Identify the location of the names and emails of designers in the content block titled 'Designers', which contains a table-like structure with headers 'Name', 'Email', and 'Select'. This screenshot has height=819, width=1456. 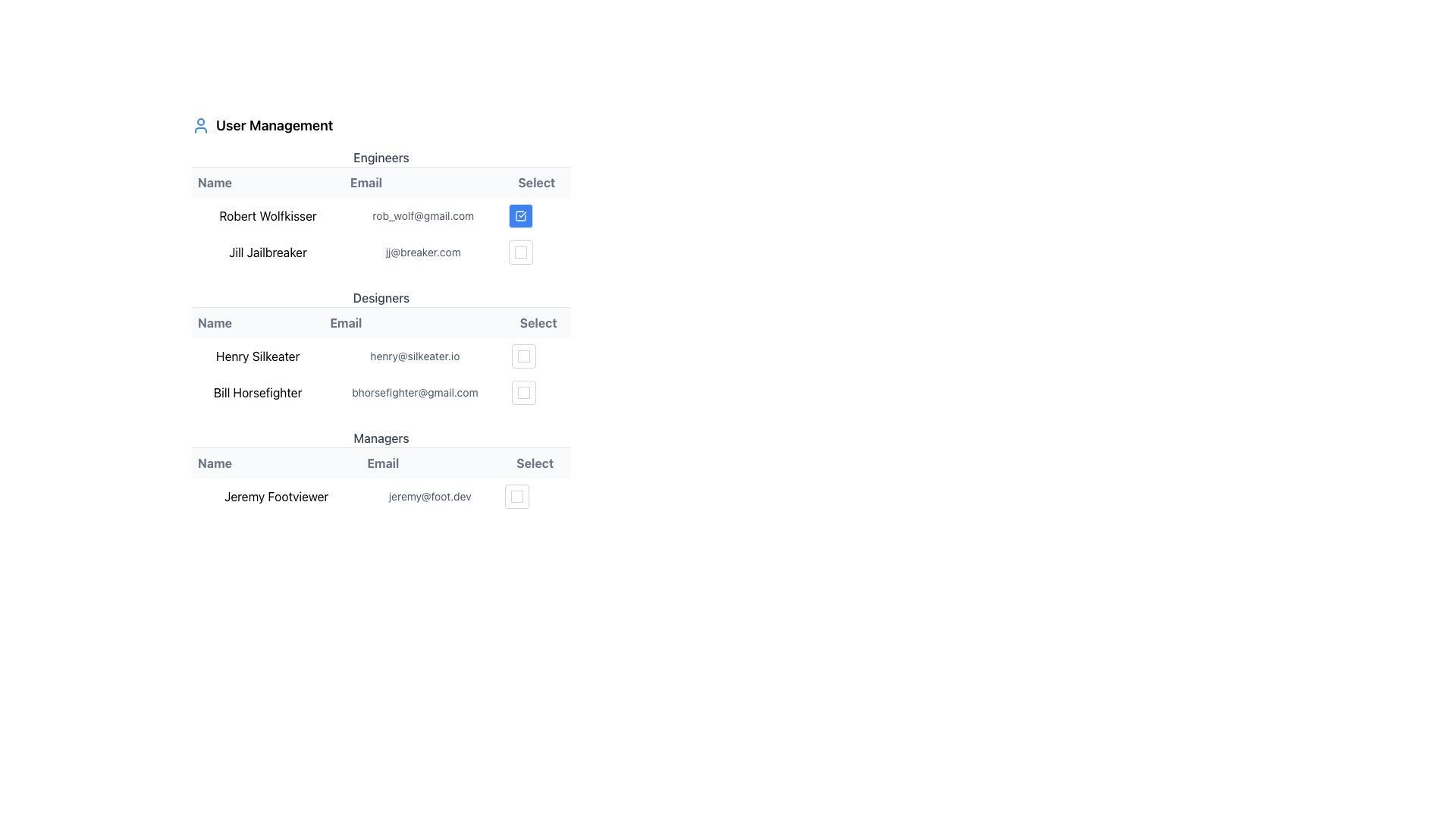
(381, 350).